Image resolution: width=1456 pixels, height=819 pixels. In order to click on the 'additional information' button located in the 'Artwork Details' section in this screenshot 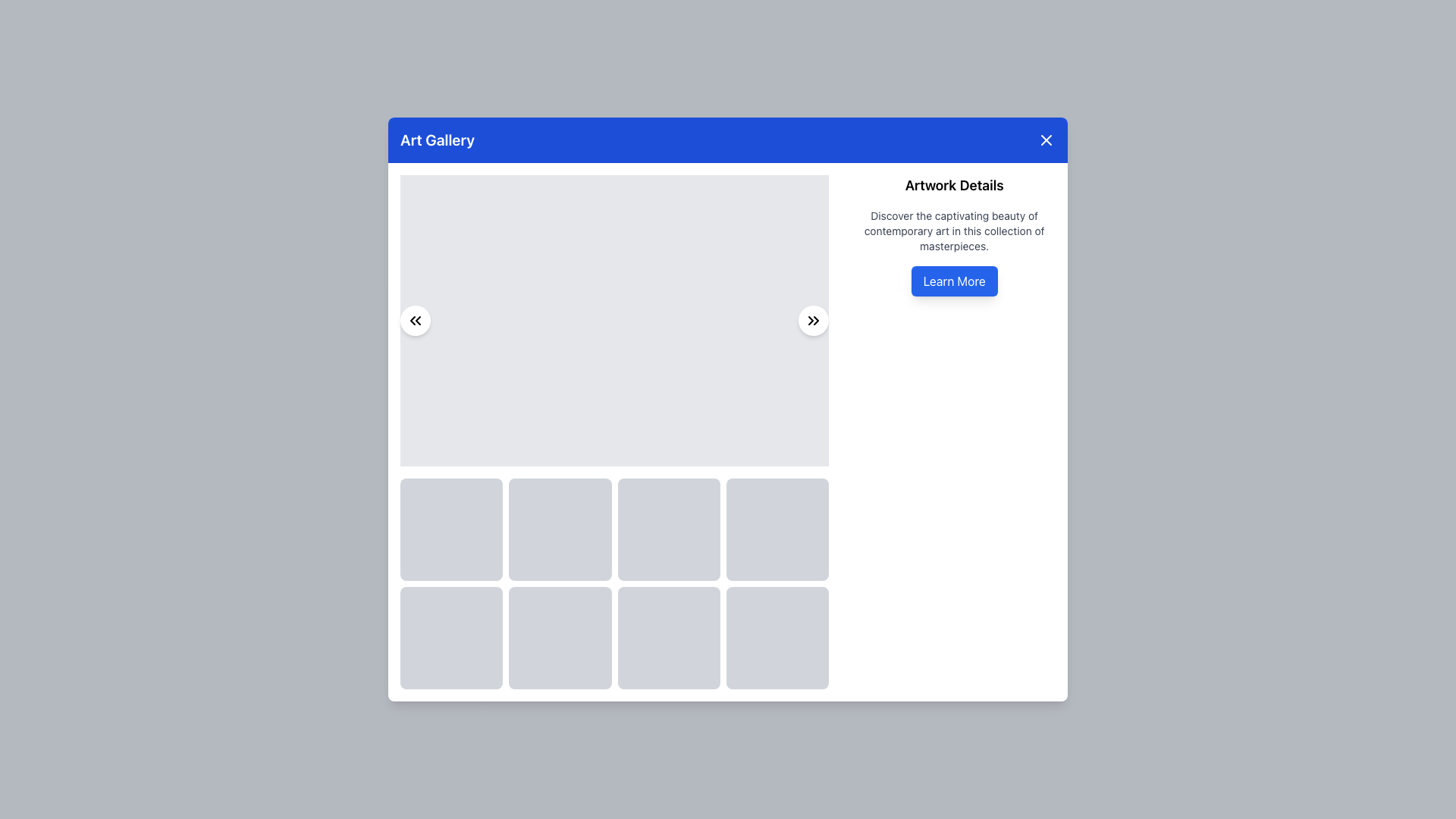, I will do `click(953, 281)`.